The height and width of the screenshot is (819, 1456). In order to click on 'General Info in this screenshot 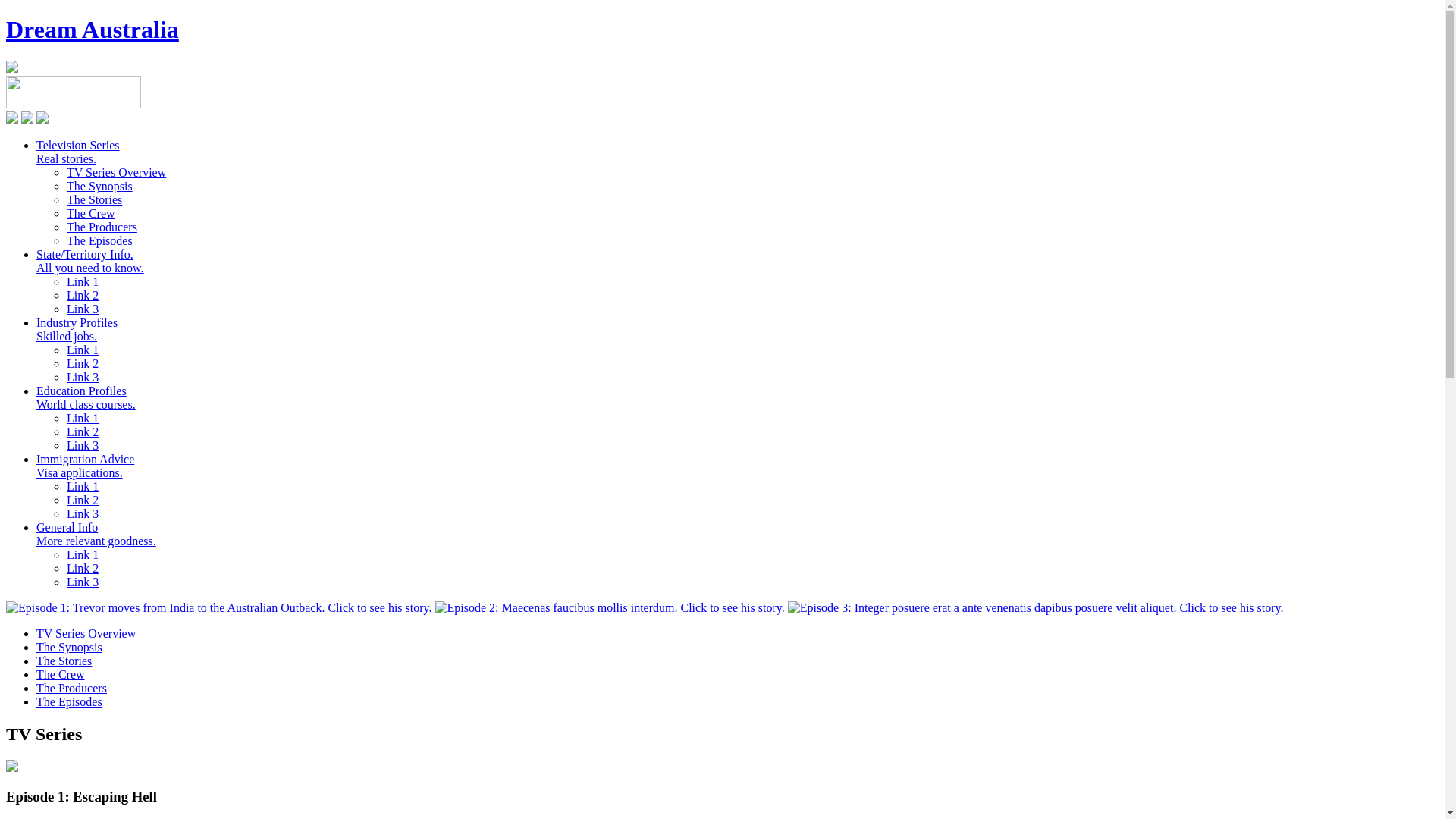, I will do `click(95, 533)`.